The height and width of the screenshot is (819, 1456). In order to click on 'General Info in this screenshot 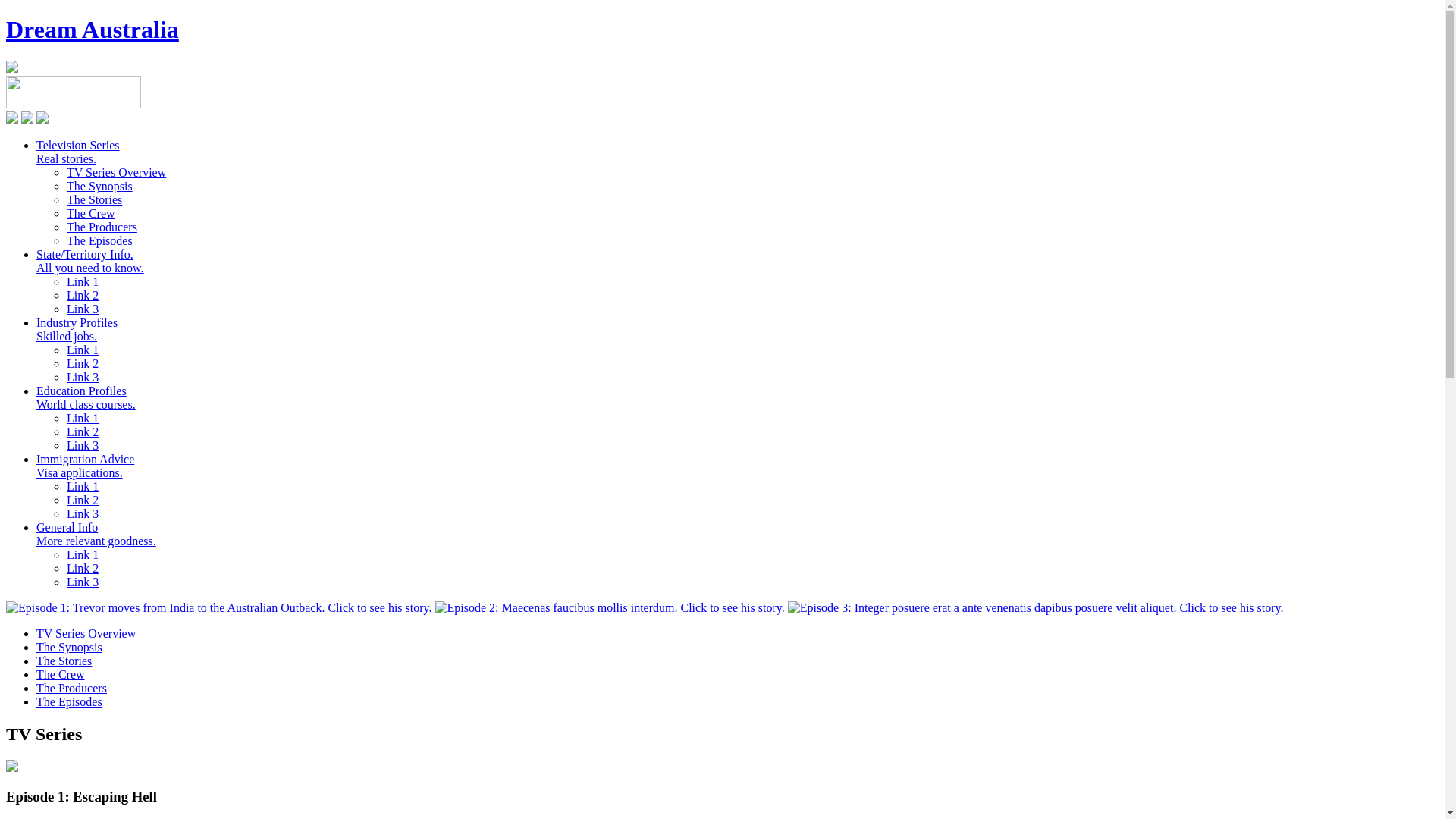, I will do `click(95, 533)`.